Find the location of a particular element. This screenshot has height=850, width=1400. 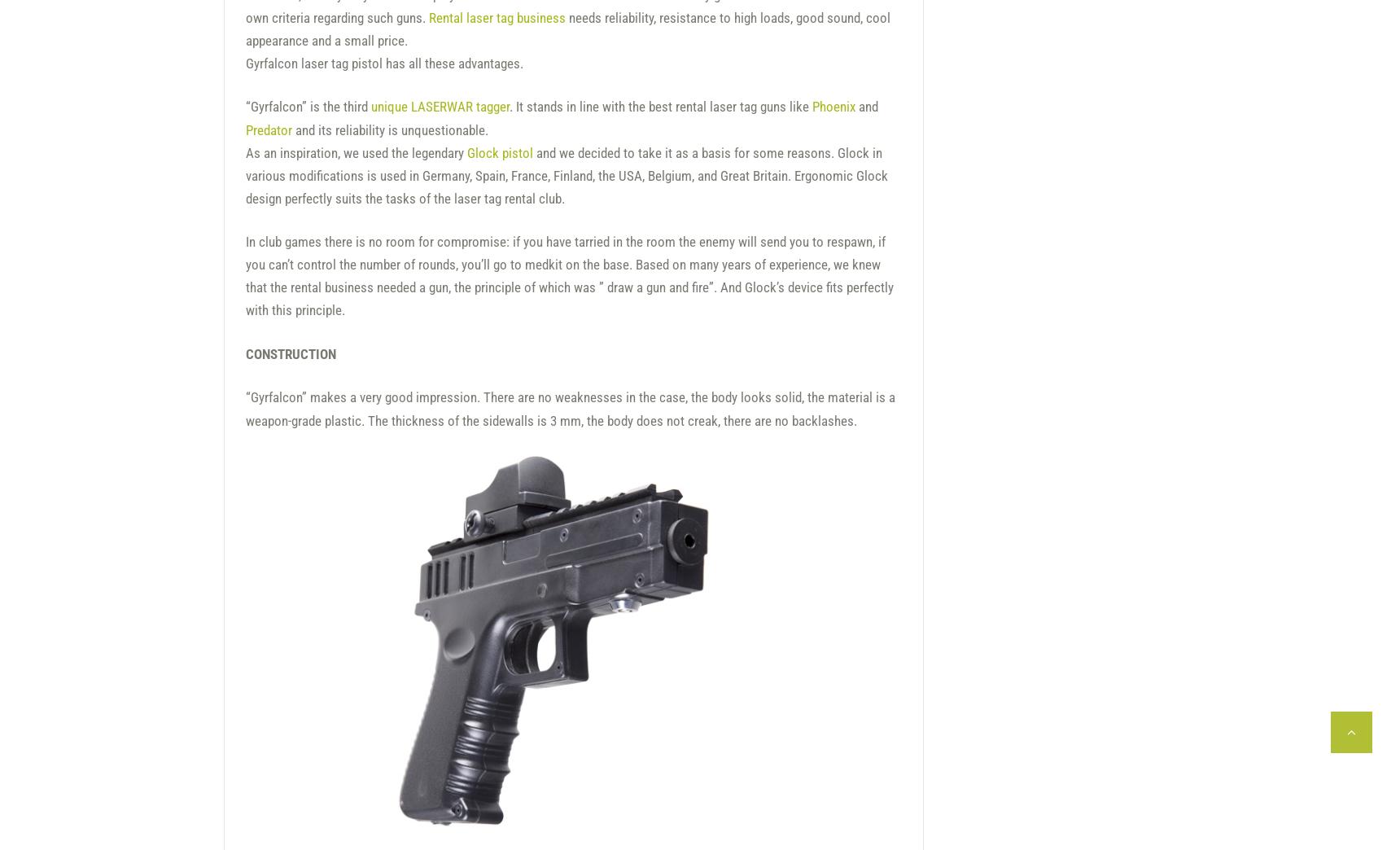

'and its reliability is unquestionable.' is located at coordinates (290, 129).